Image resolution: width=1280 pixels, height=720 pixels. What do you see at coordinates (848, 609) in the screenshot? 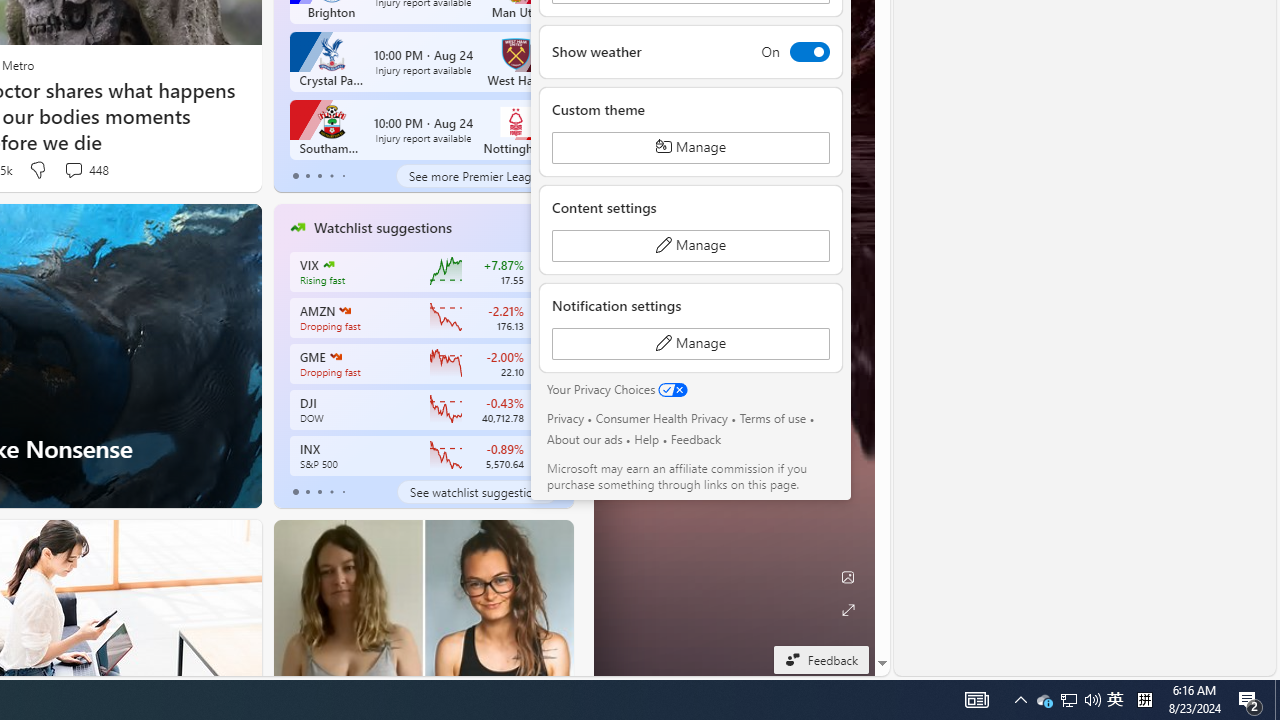
I see `'Expand background'` at bounding box center [848, 609].